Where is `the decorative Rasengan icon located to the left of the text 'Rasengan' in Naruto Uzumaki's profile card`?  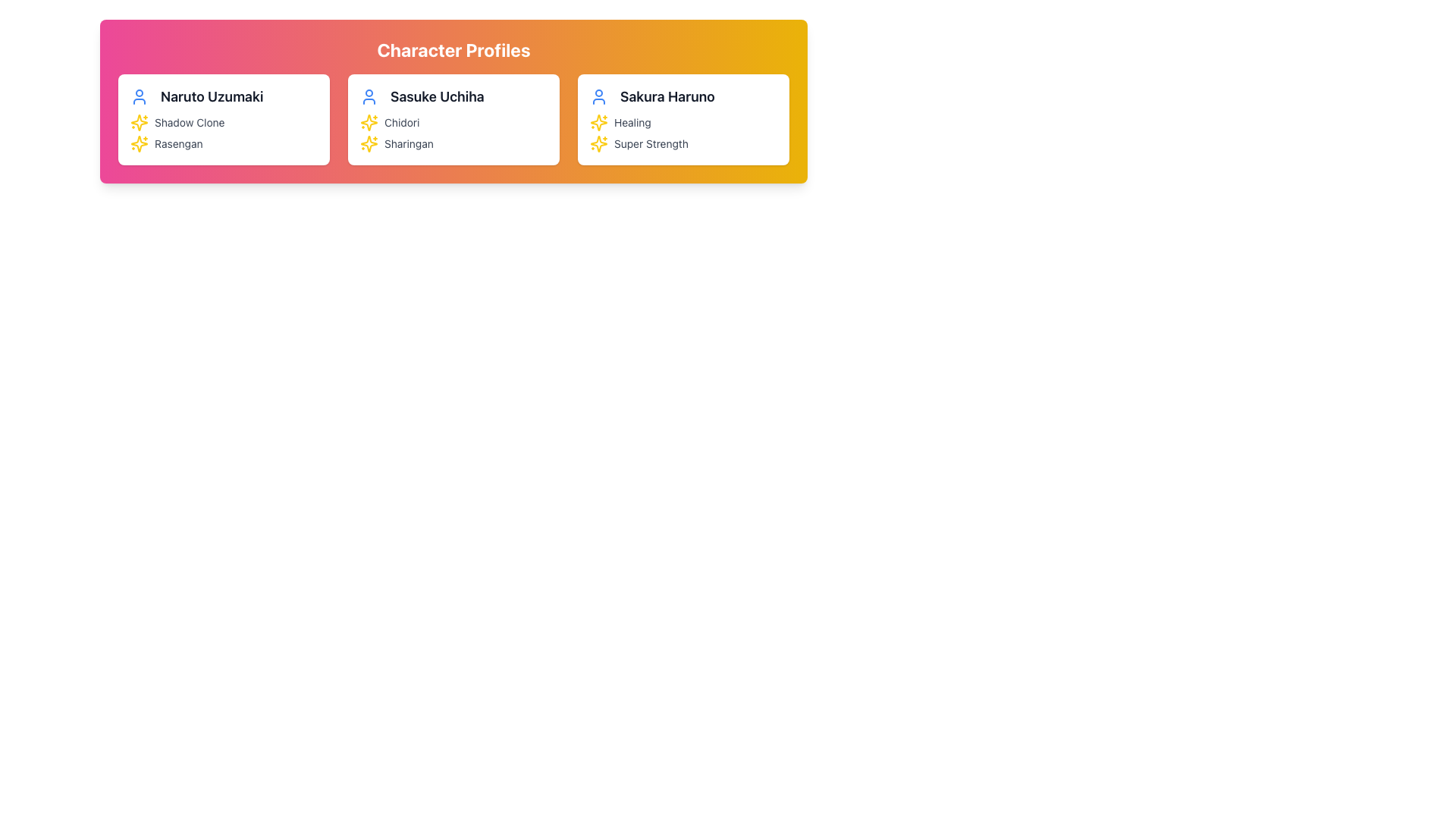
the decorative Rasengan icon located to the left of the text 'Rasengan' in Naruto Uzumaki's profile card is located at coordinates (139, 143).